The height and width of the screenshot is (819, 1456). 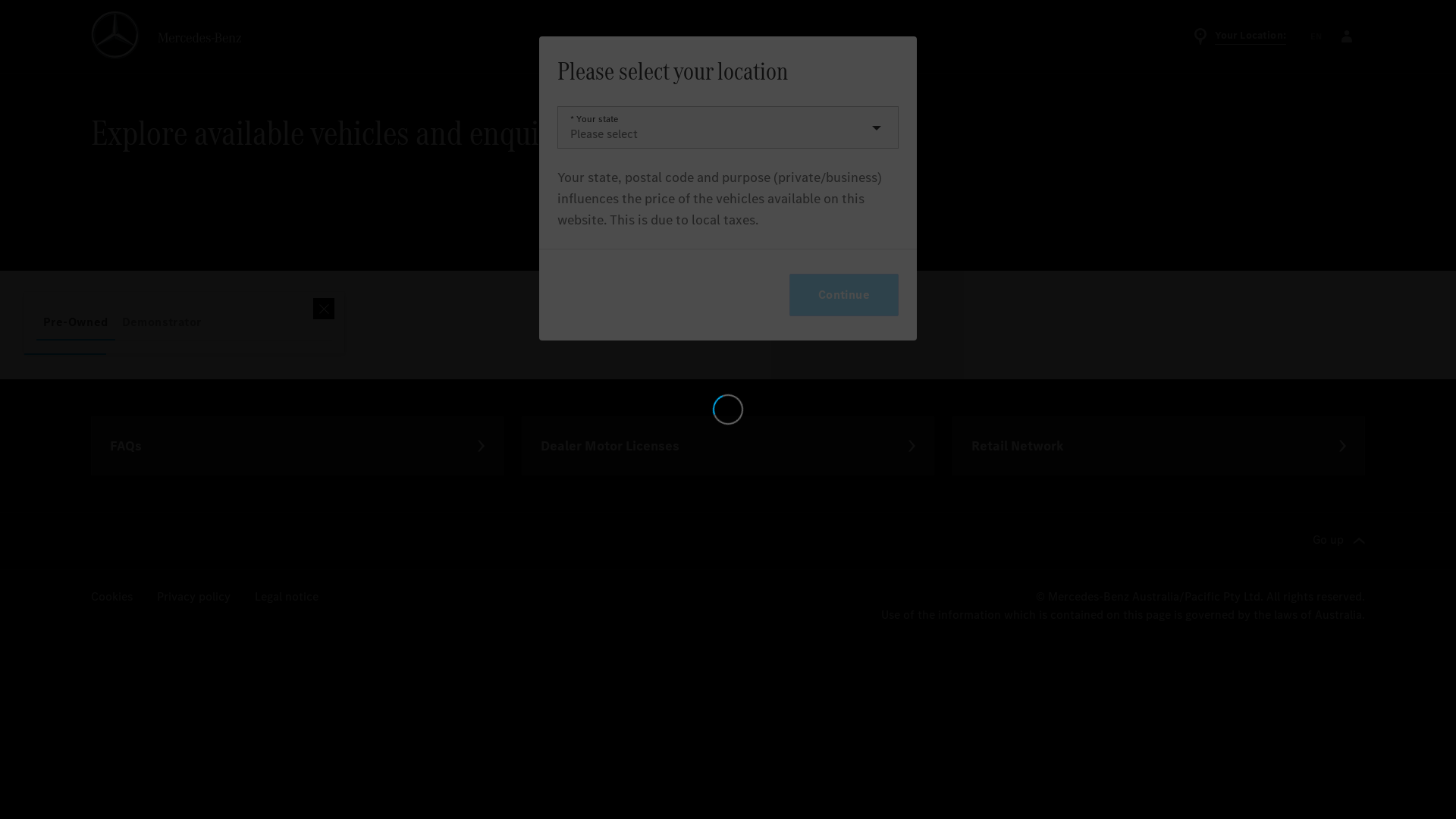 I want to click on 'Cookies', so click(x=111, y=596).